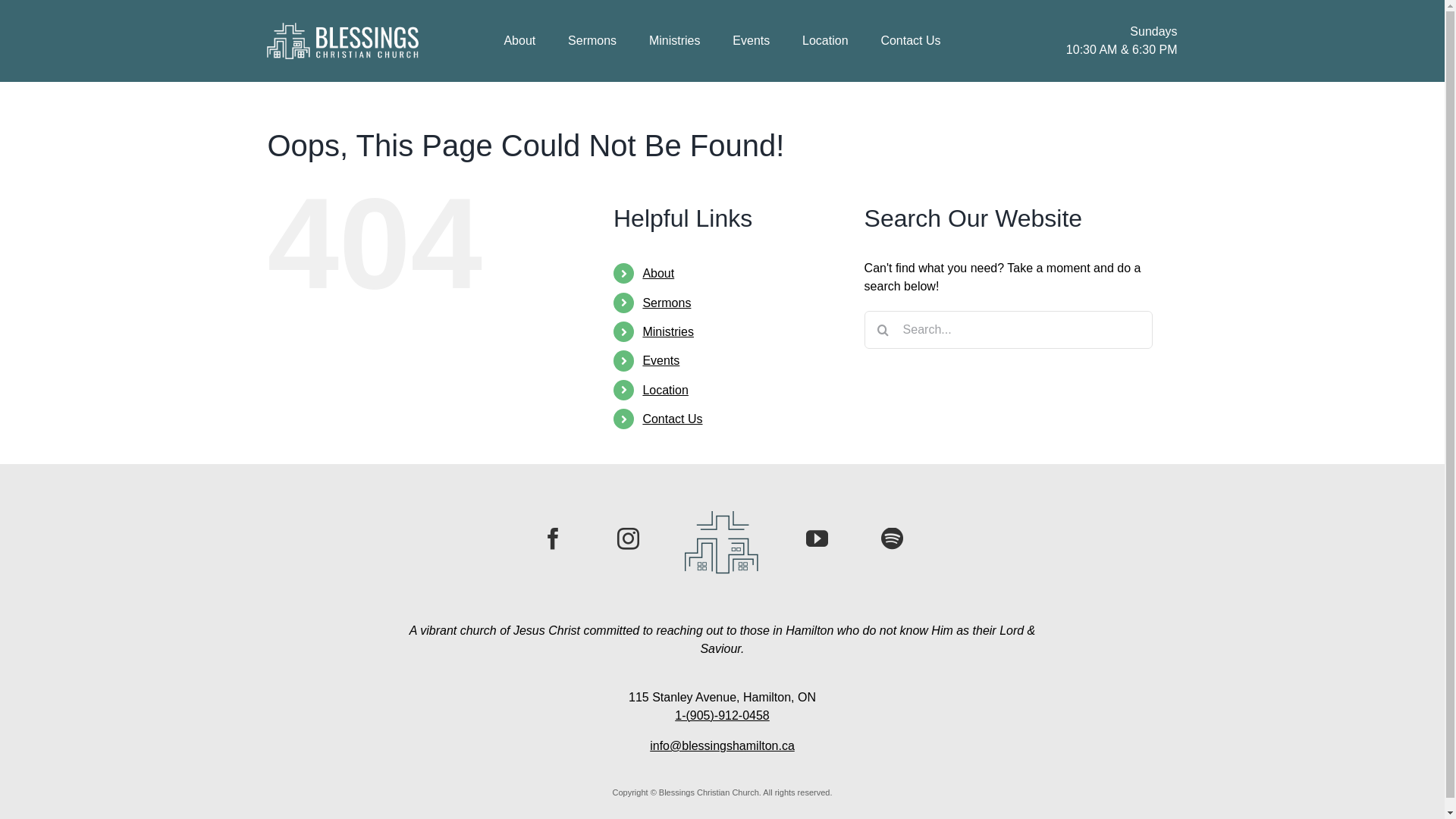  I want to click on 'Ministries', so click(667, 331).